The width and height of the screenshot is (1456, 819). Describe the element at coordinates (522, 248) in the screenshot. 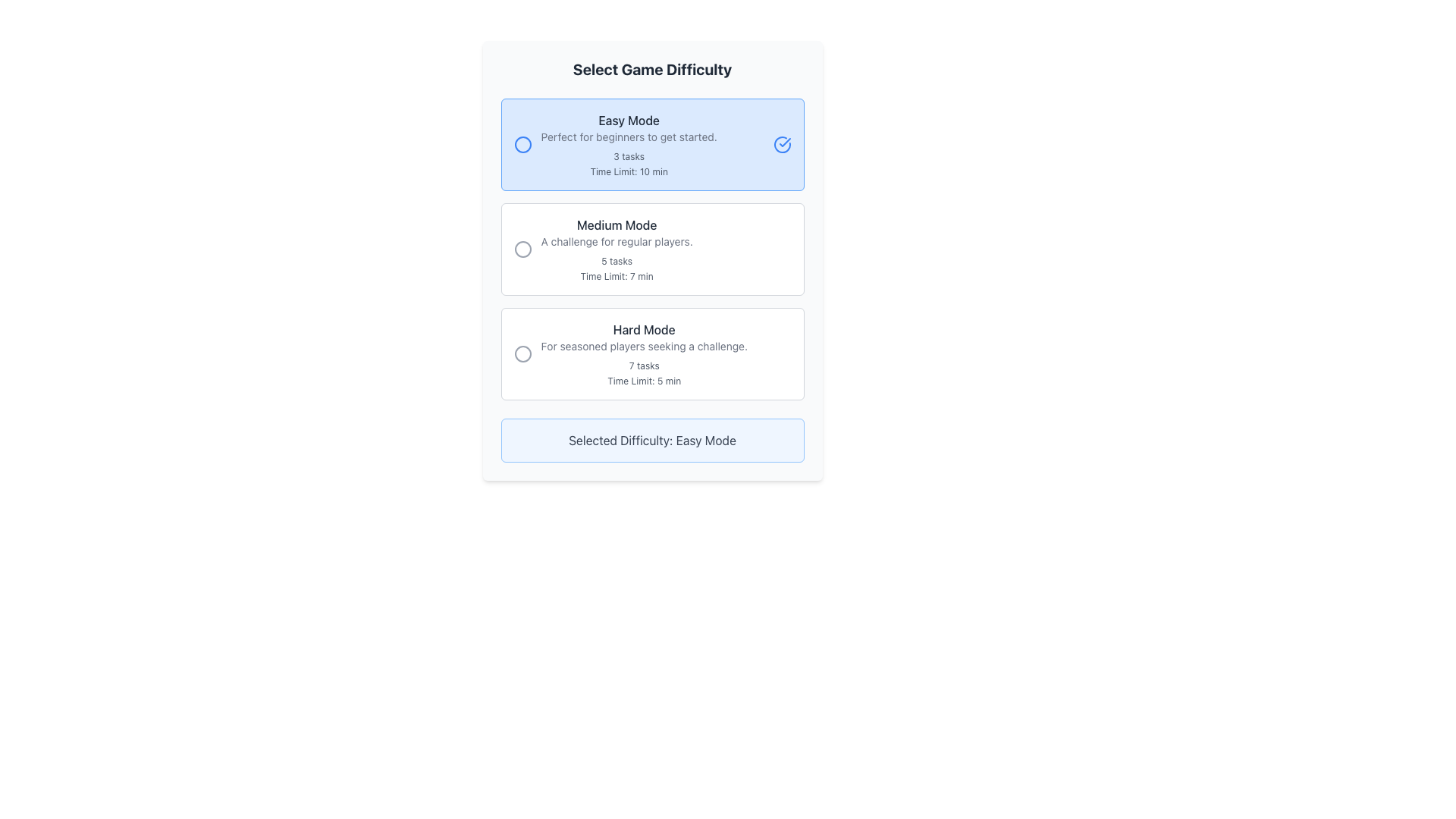

I see `the circular radio button with a dashed border and light gray color that indicates medium mode difficulty, positioned between Easy Mode and Hard Mode` at that location.